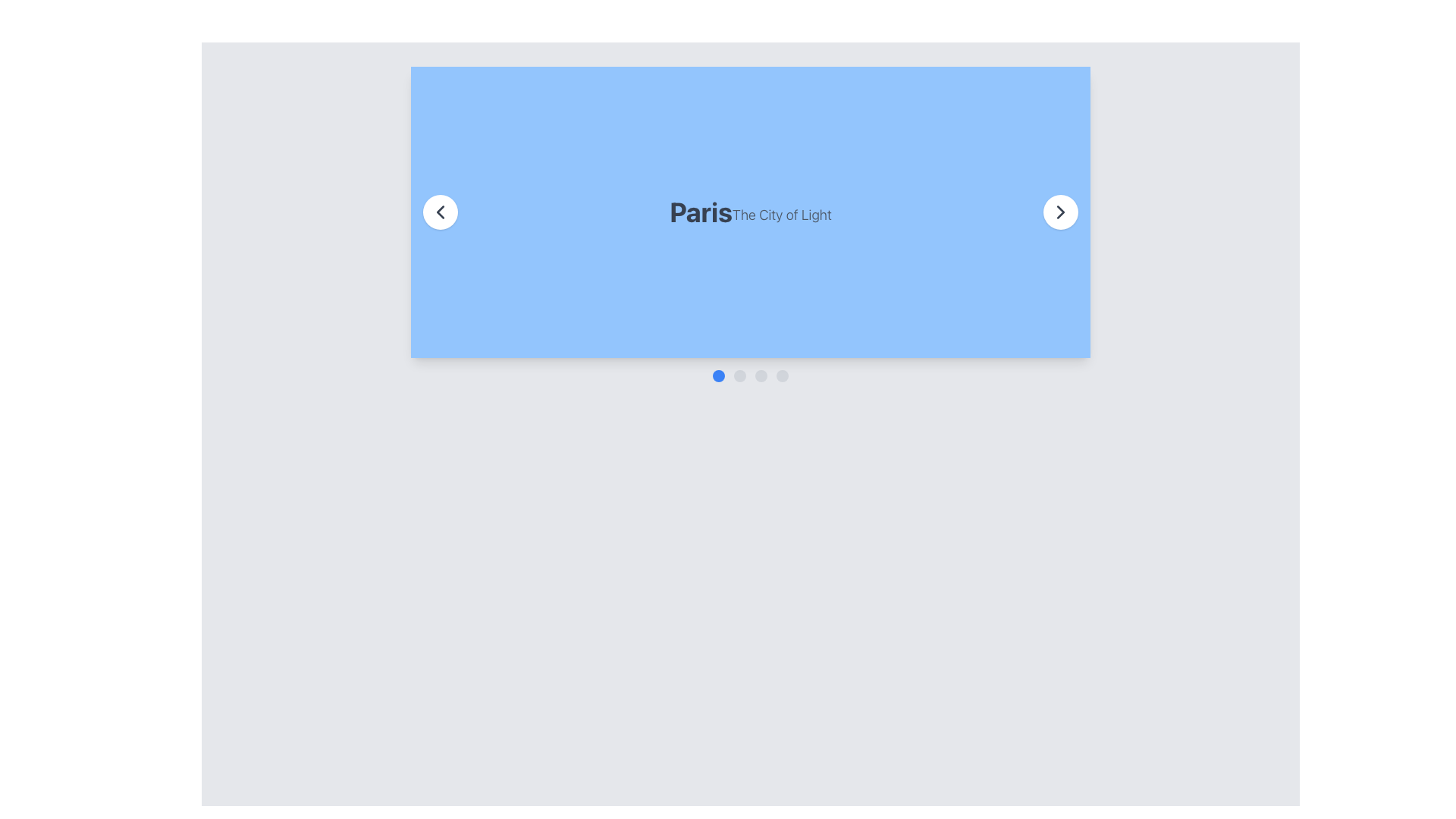 This screenshot has width=1456, height=819. Describe the element at coordinates (783, 375) in the screenshot. I see `the fourth circular Interactive Indicator Dot located at the bottom center of the interface, which signifies the active slide in the carousel` at that location.